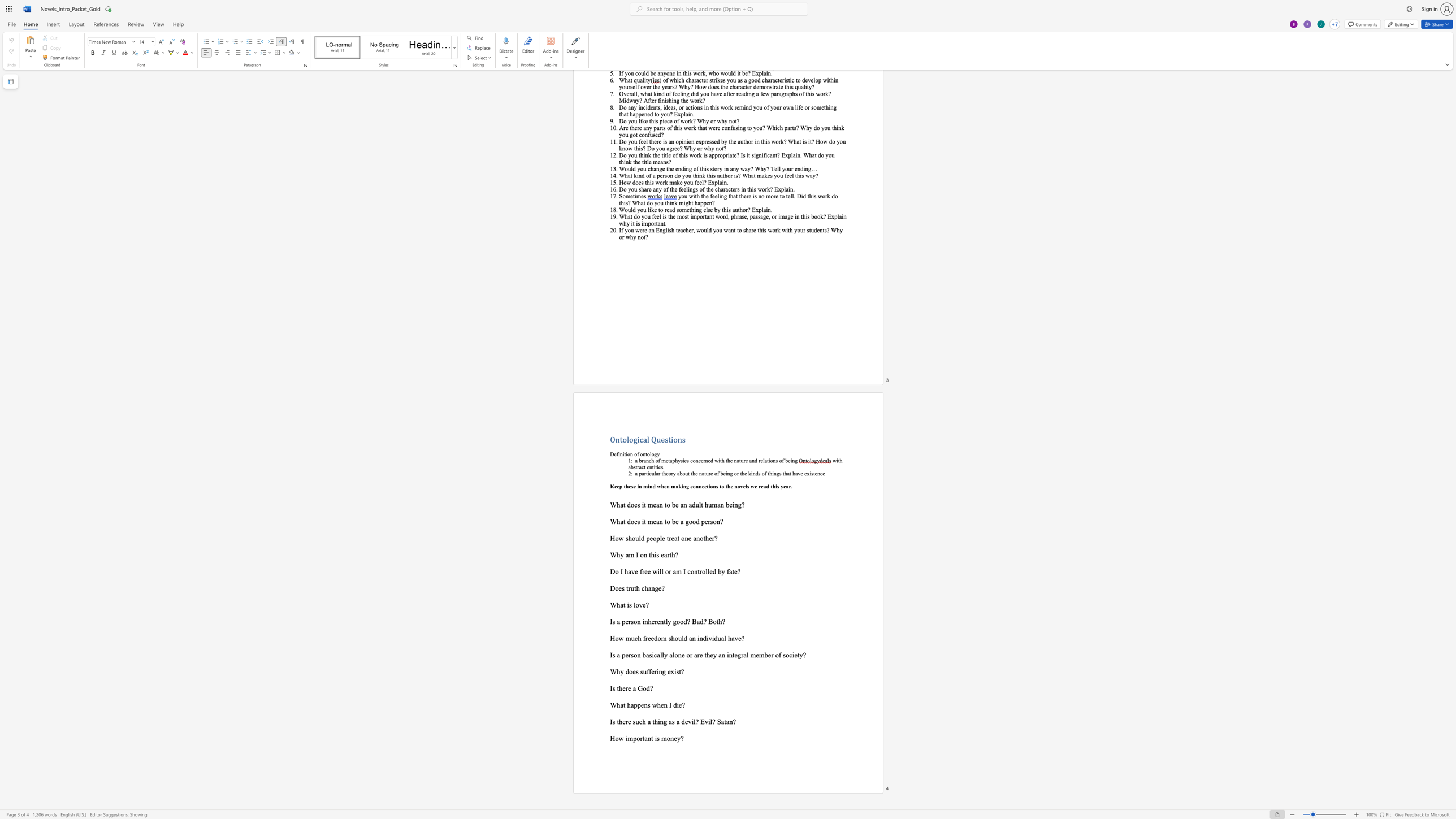 Image resolution: width=1456 pixels, height=819 pixels. I want to click on the space between the continuous character "y" and "?" in the text, so click(803, 655).